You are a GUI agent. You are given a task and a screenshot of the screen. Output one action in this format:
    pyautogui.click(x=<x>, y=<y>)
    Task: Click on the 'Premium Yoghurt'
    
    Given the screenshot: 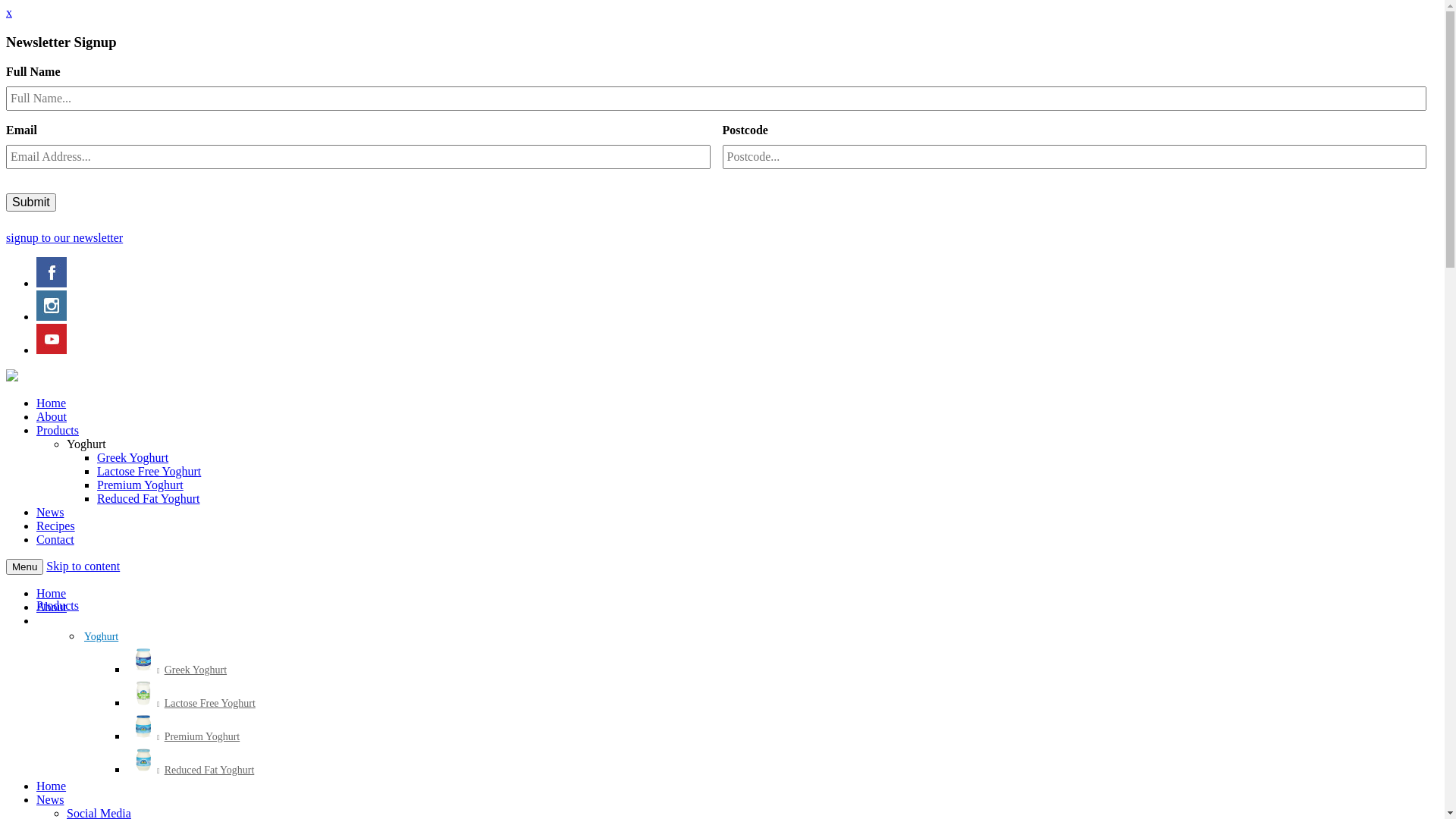 What is the action you would take?
    pyautogui.click(x=184, y=736)
    